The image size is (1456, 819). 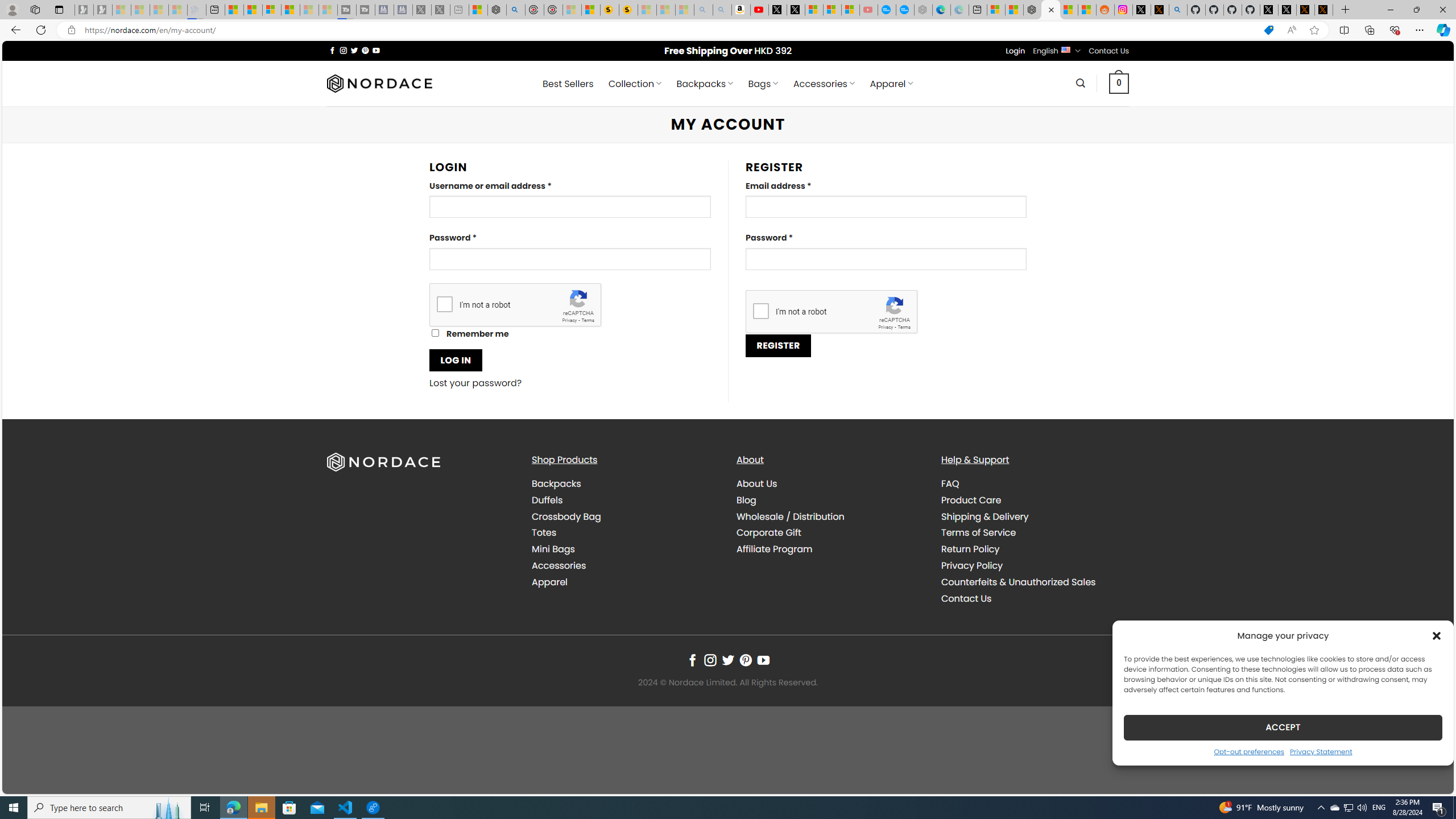 What do you see at coordinates (702, 9) in the screenshot?
I see `'amazon - Search - Sleeping'` at bounding box center [702, 9].